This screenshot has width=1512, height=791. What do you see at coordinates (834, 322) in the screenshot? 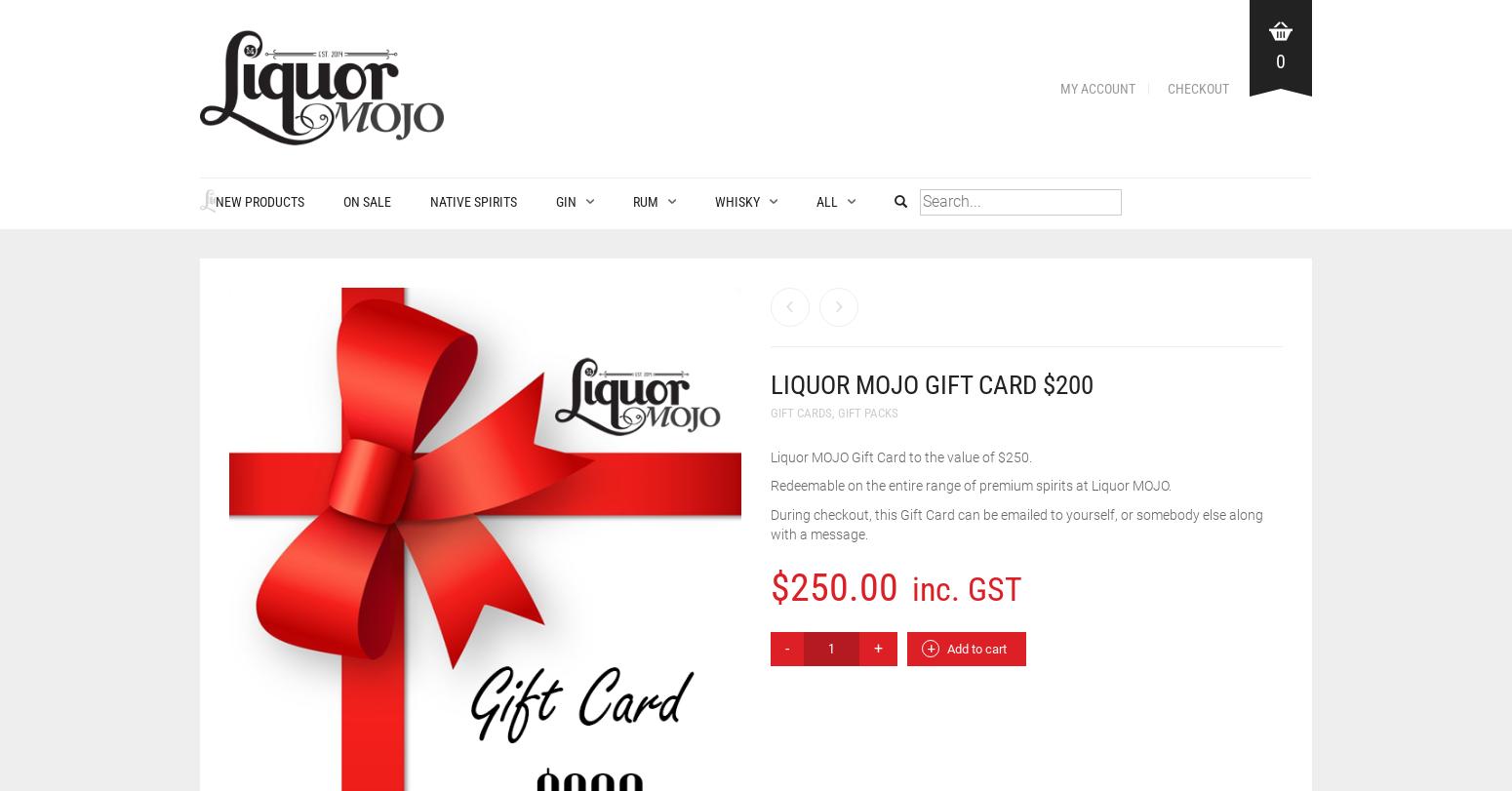
I see `'Cognac'` at bounding box center [834, 322].